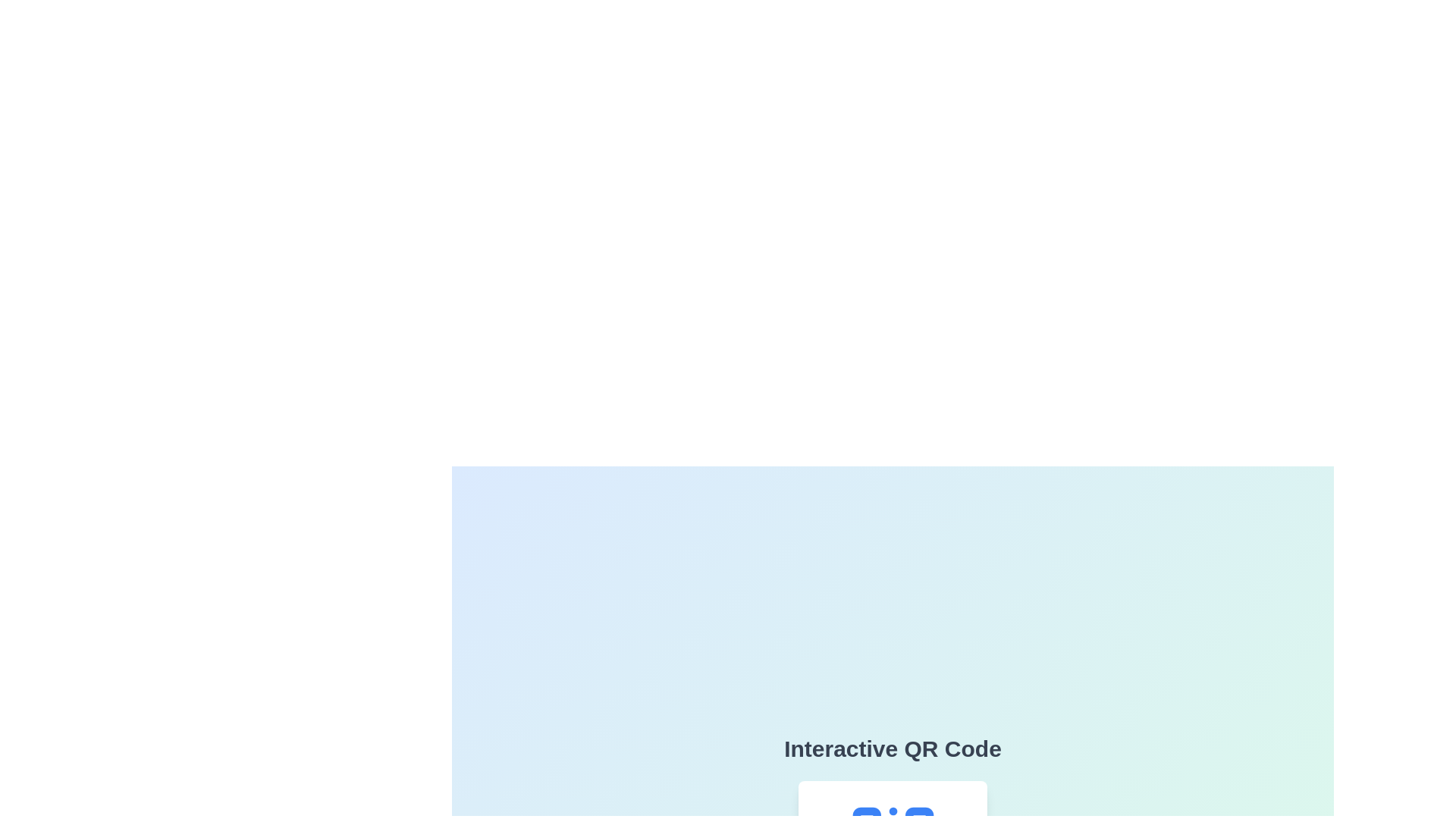 The height and width of the screenshot is (819, 1456). I want to click on text element that displays 'Interactive QR Code', which is styled in bold gray font over a gradient blue background and serves as a header for the section, so click(893, 748).